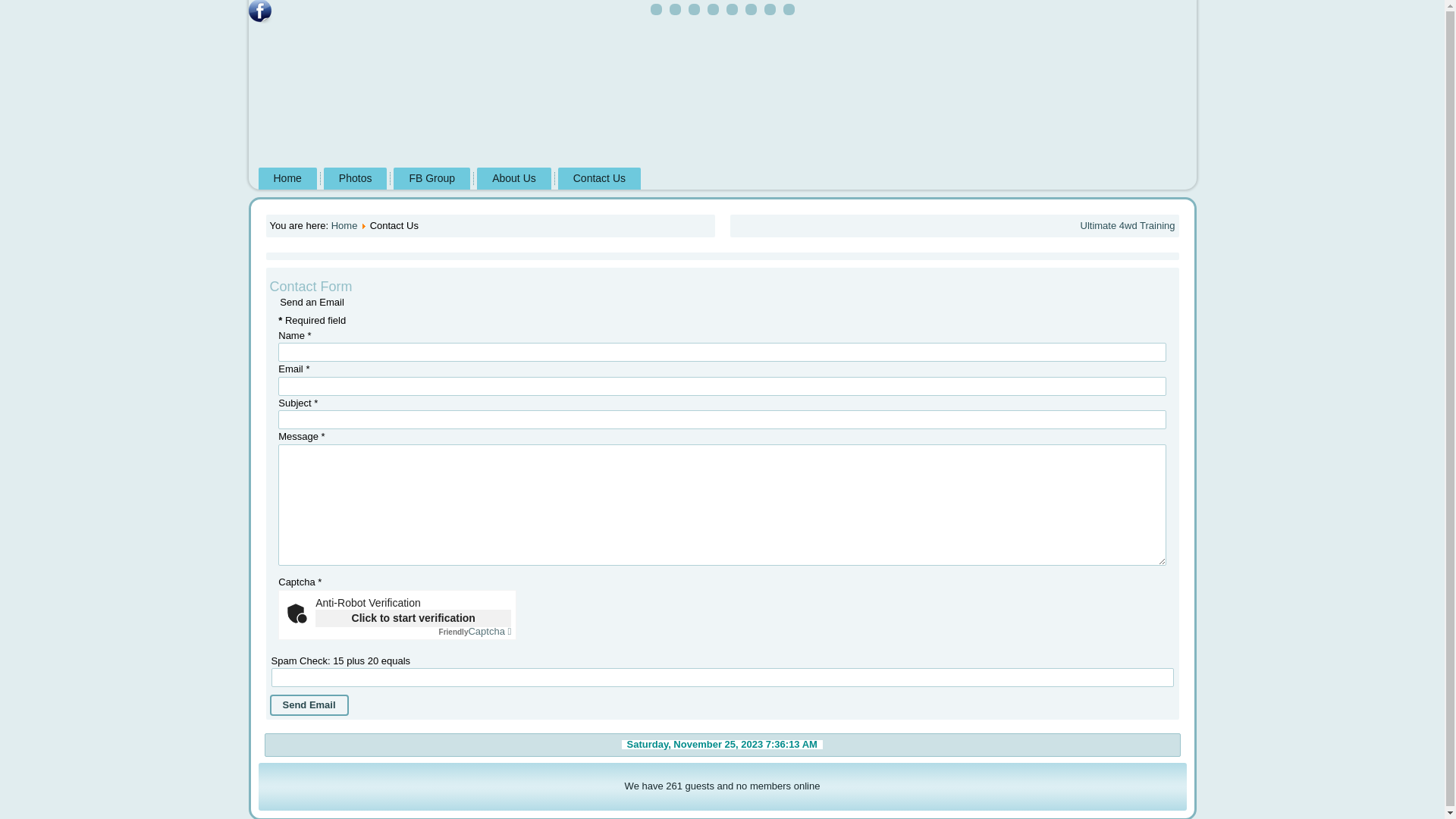 This screenshot has width=1456, height=819. Describe the element at coordinates (431, 177) in the screenshot. I see `'FB Group'` at that location.